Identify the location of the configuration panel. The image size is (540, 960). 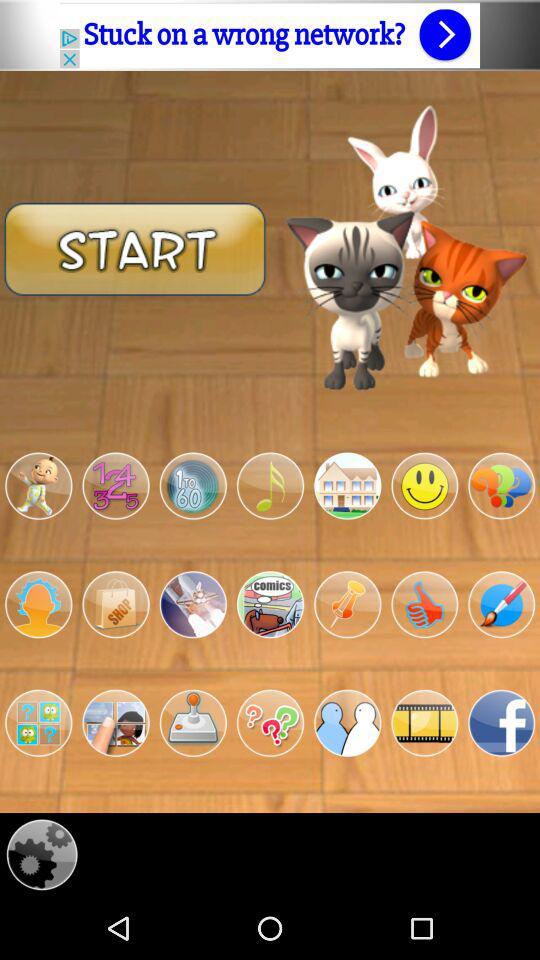
(42, 853).